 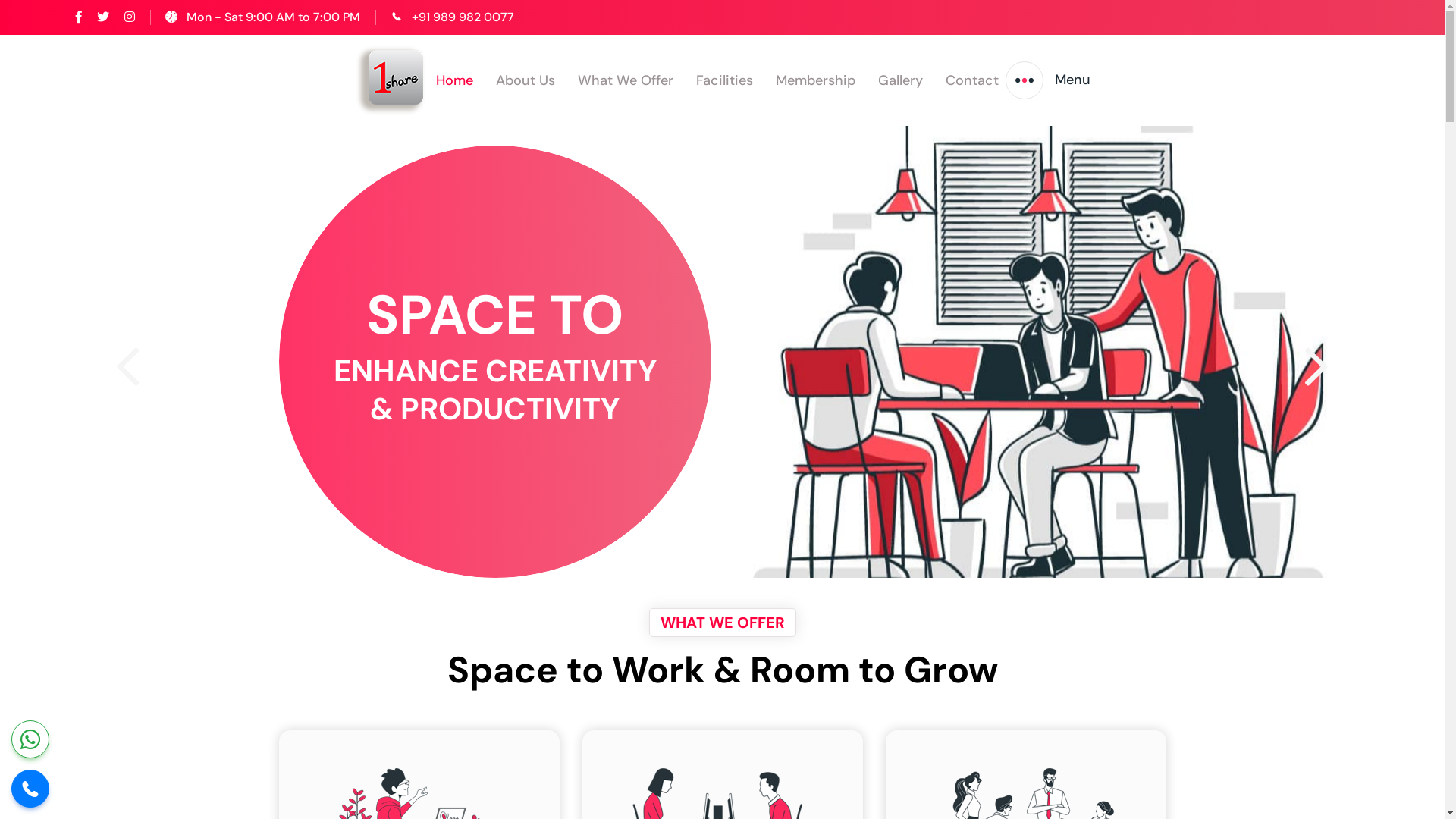 I want to click on 'Contact', so click(x=971, y=80).